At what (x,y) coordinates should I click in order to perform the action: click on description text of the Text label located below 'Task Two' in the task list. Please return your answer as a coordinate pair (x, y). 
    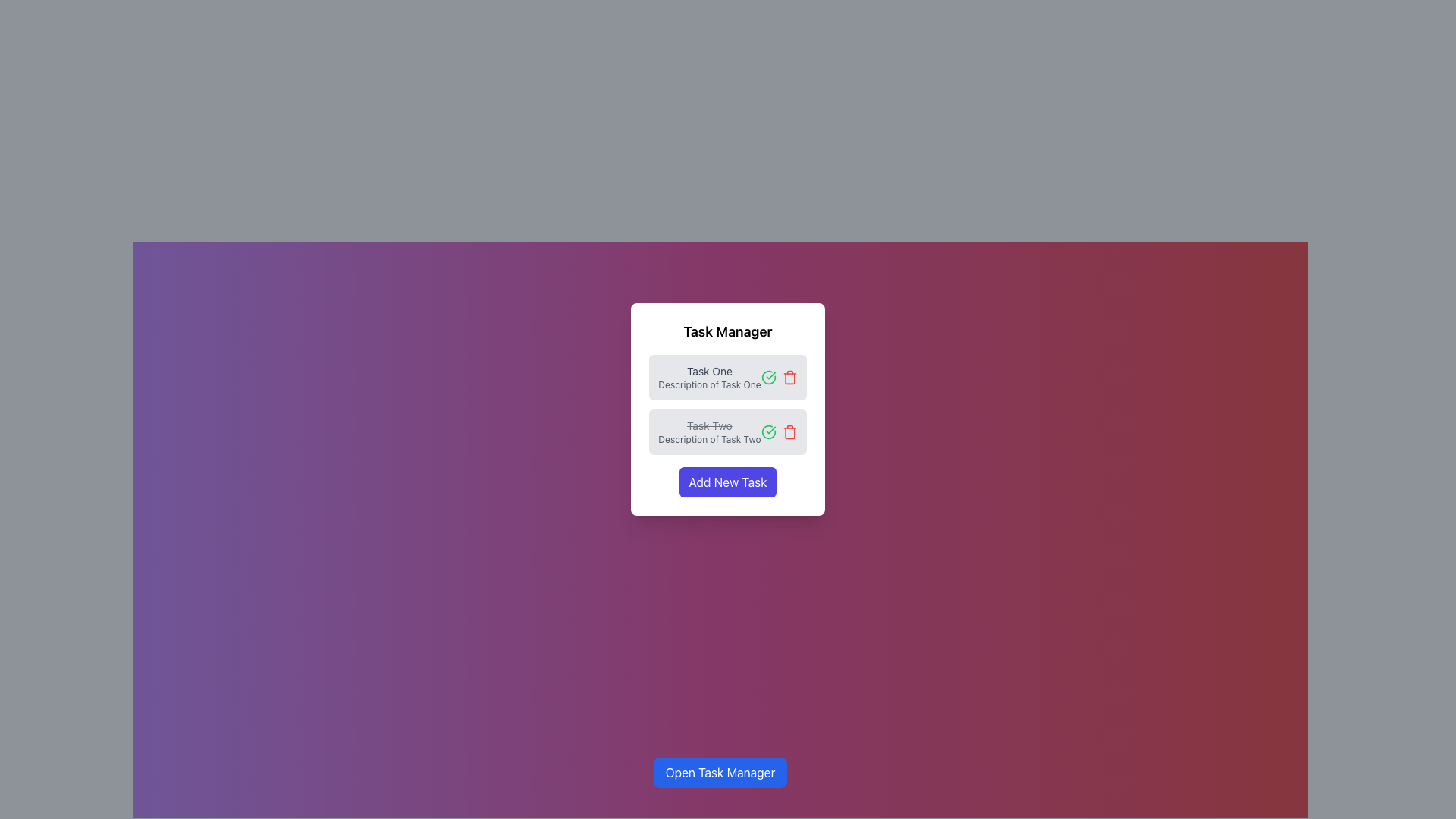
    Looking at the image, I should click on (709, 439).